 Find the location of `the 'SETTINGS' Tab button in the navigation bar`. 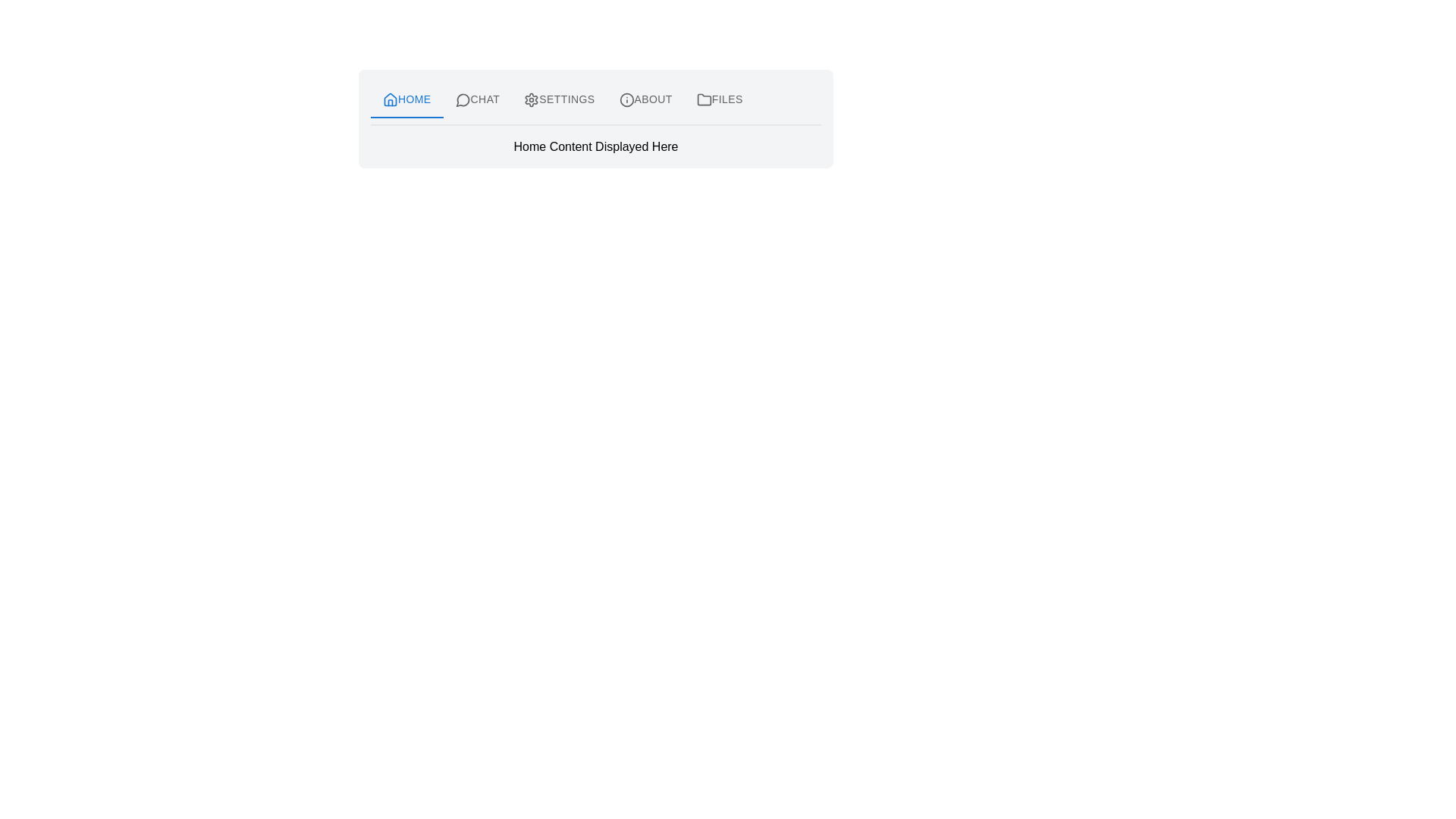

the 'SETTINGS' Tab button in the navigation bar is located at coordinates (558, 99).